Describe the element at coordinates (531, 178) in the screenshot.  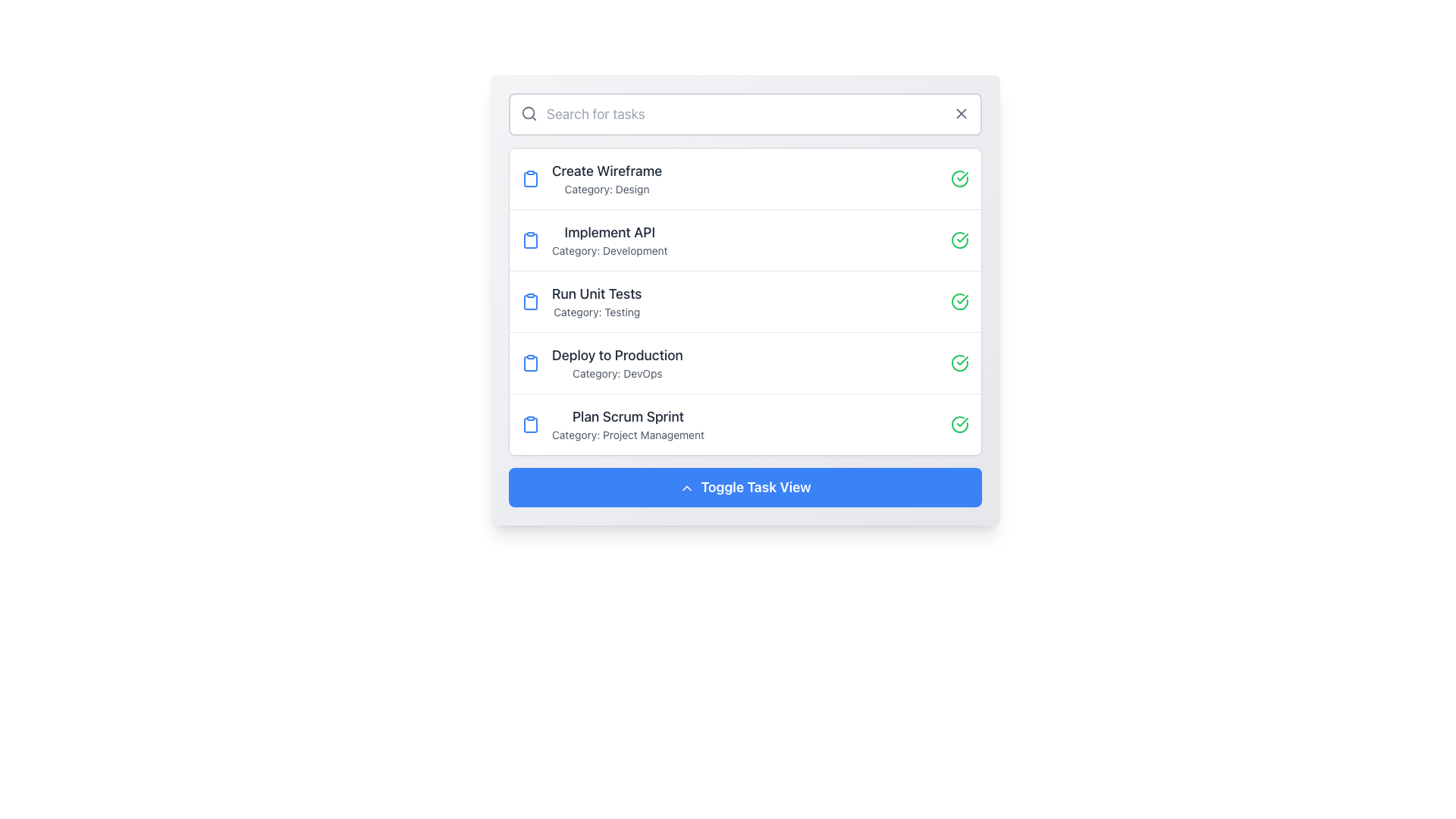
I see `the 'Create Wireframe' task icon located` at that location.